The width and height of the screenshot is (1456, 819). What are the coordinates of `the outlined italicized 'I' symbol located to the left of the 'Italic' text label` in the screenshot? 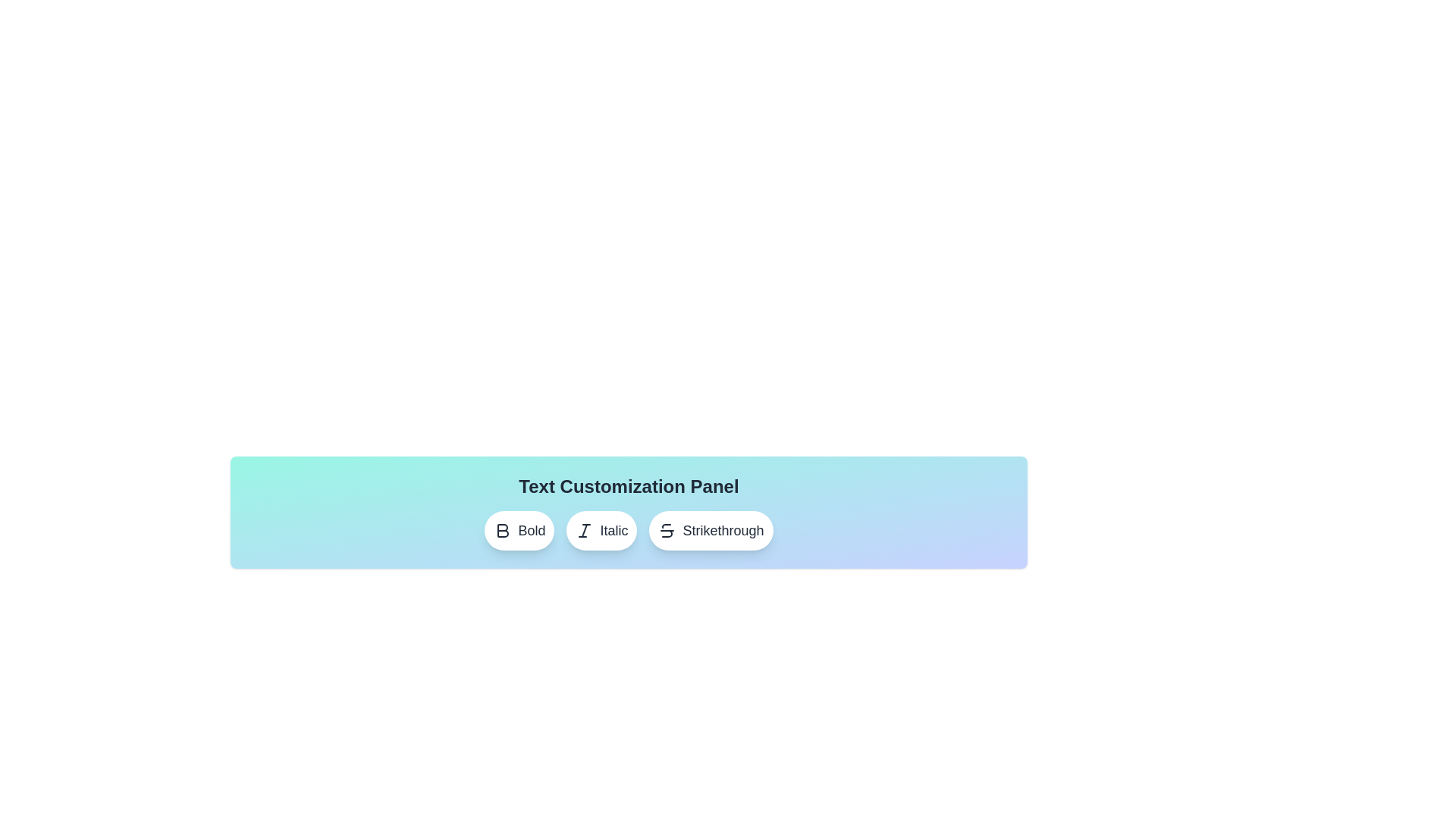 It's located at (584, 529).